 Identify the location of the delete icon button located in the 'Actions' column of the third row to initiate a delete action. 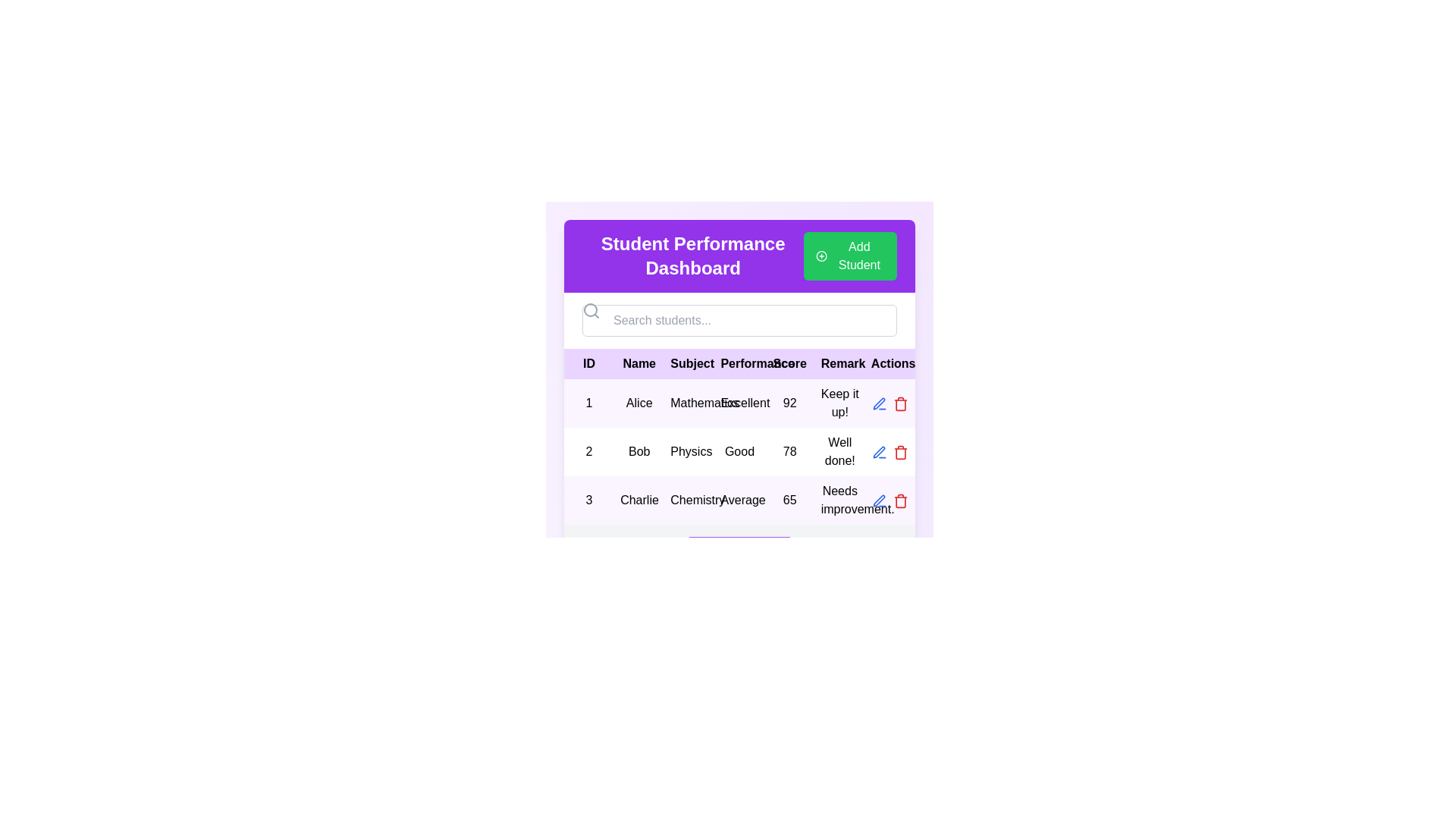
(900, 500).